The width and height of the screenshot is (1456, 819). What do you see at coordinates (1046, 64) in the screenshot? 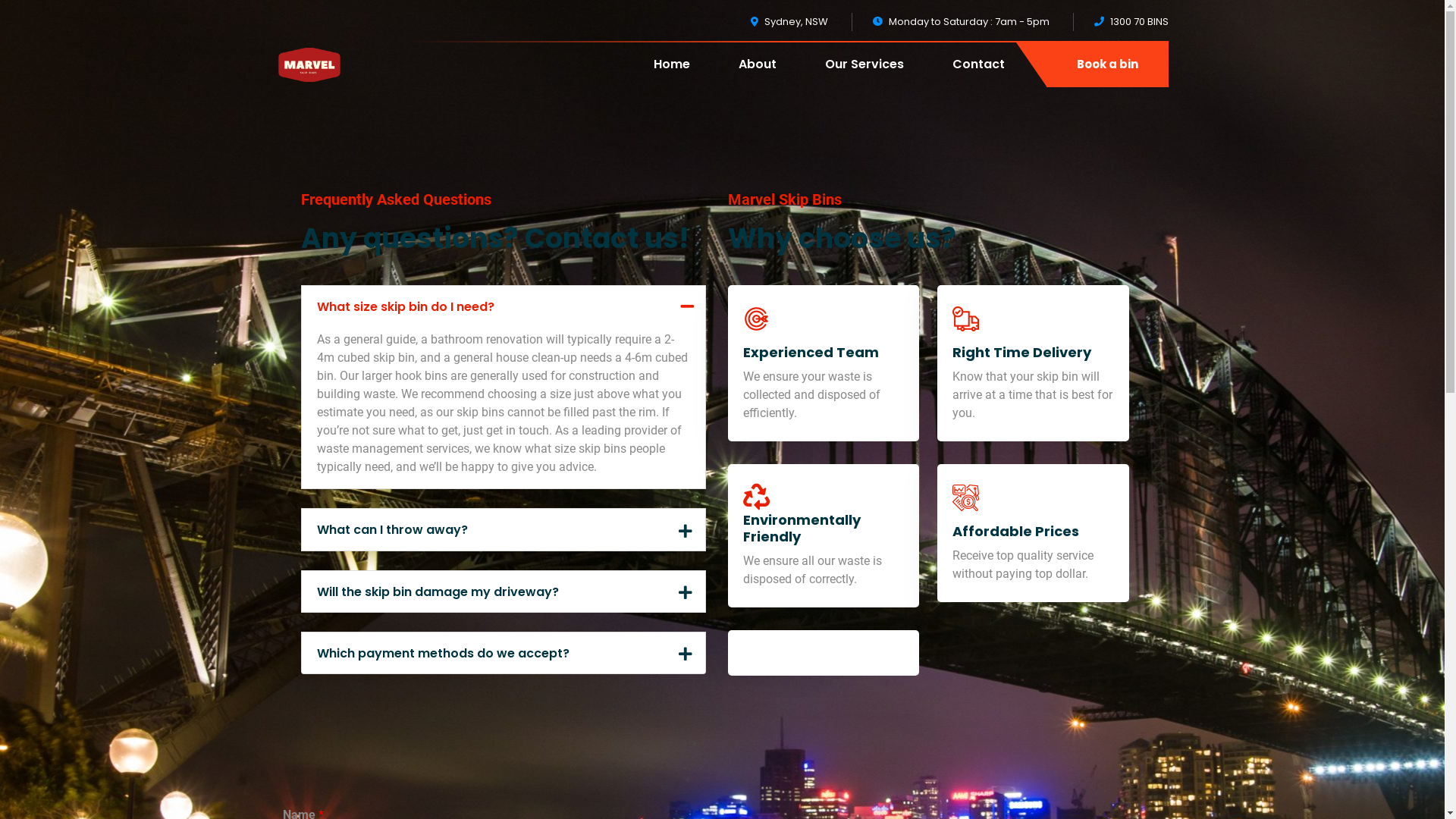
I see `'Book a bin'` at bounding box center [1046, 64].